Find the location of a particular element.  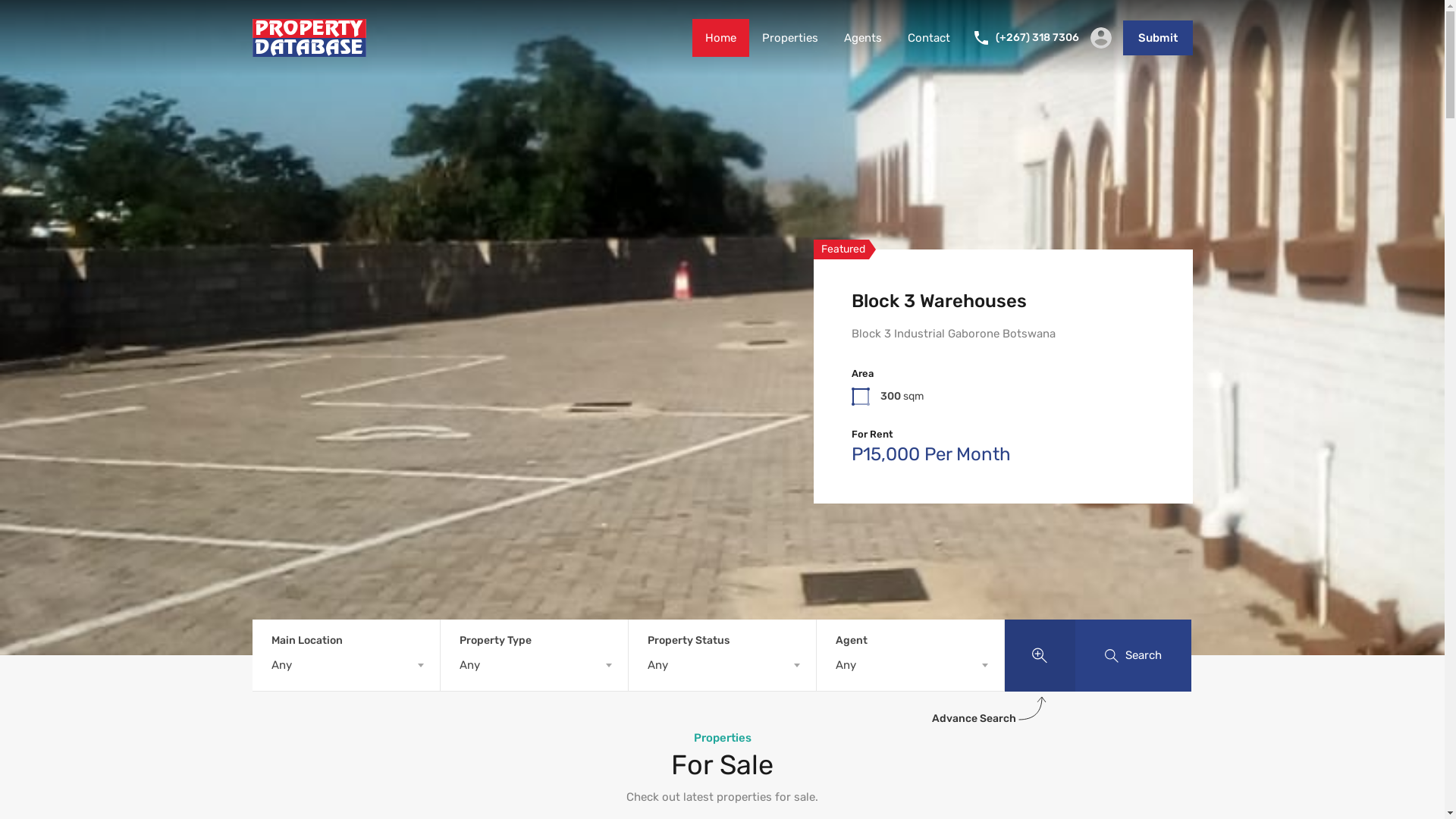

'Block 3 Warehouses' is located at coordinates (937, 301).